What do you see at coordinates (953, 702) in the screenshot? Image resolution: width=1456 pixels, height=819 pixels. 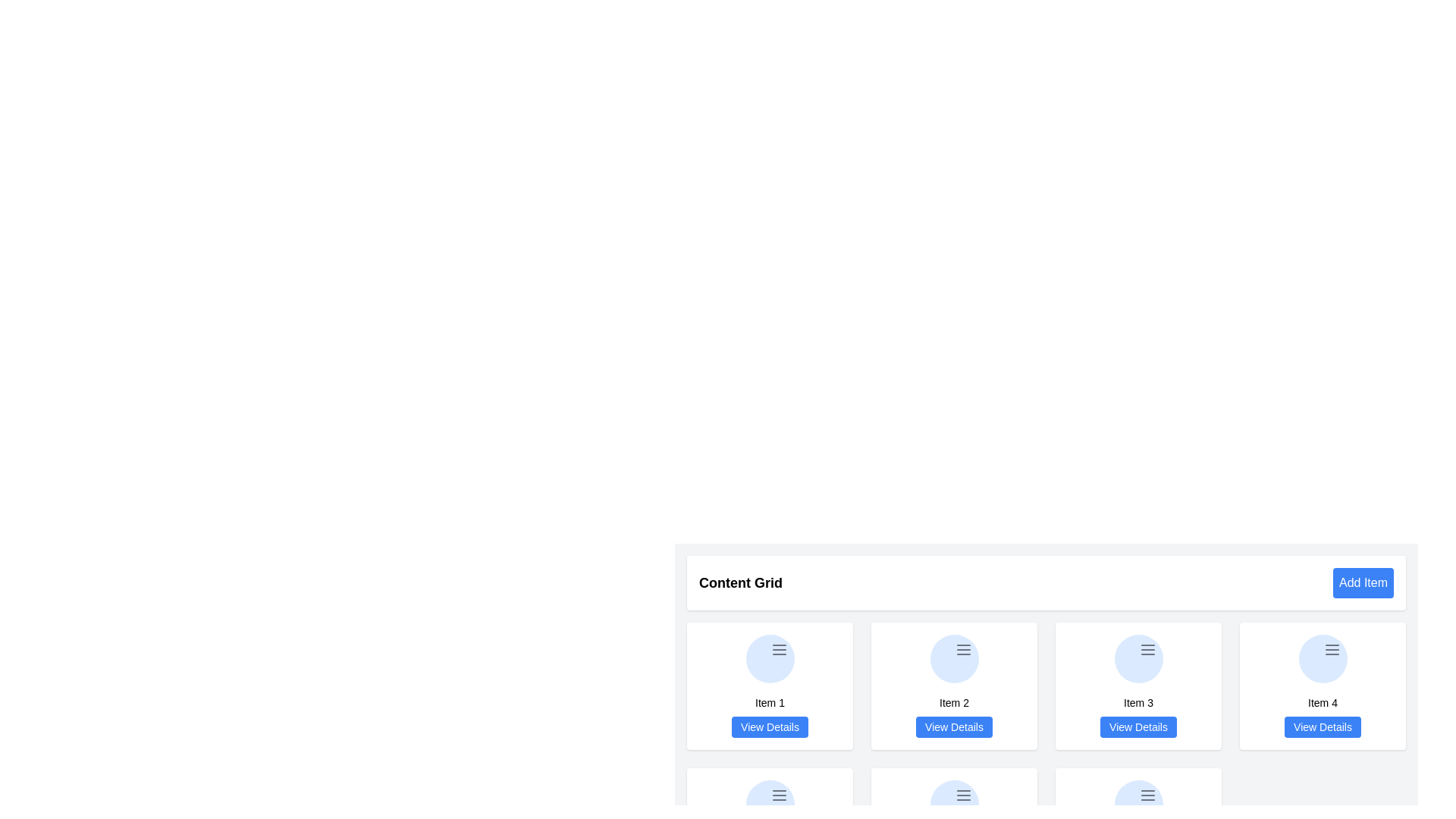 I see `the text label reading 'Item 2', which is styled with a small, medium weight font and is located within the second box of the 'Content Grid', positioned below an icon and above the 'View Details' button` at bounding box center [953, 702].